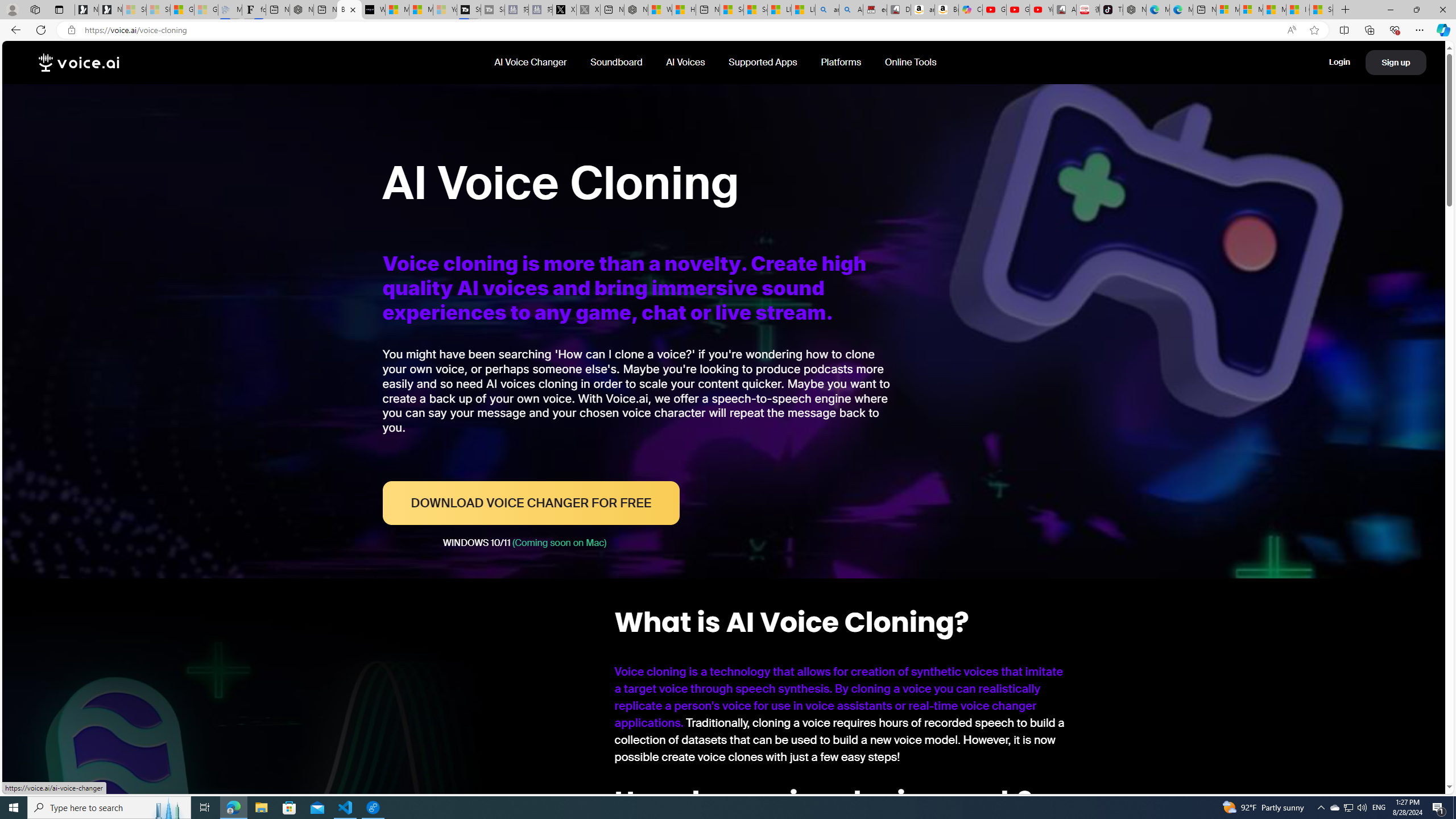  What do you see at coordinates (78, 63) in the screenshot?
I see `'voice.ai'` at bounding box center [78, 63].